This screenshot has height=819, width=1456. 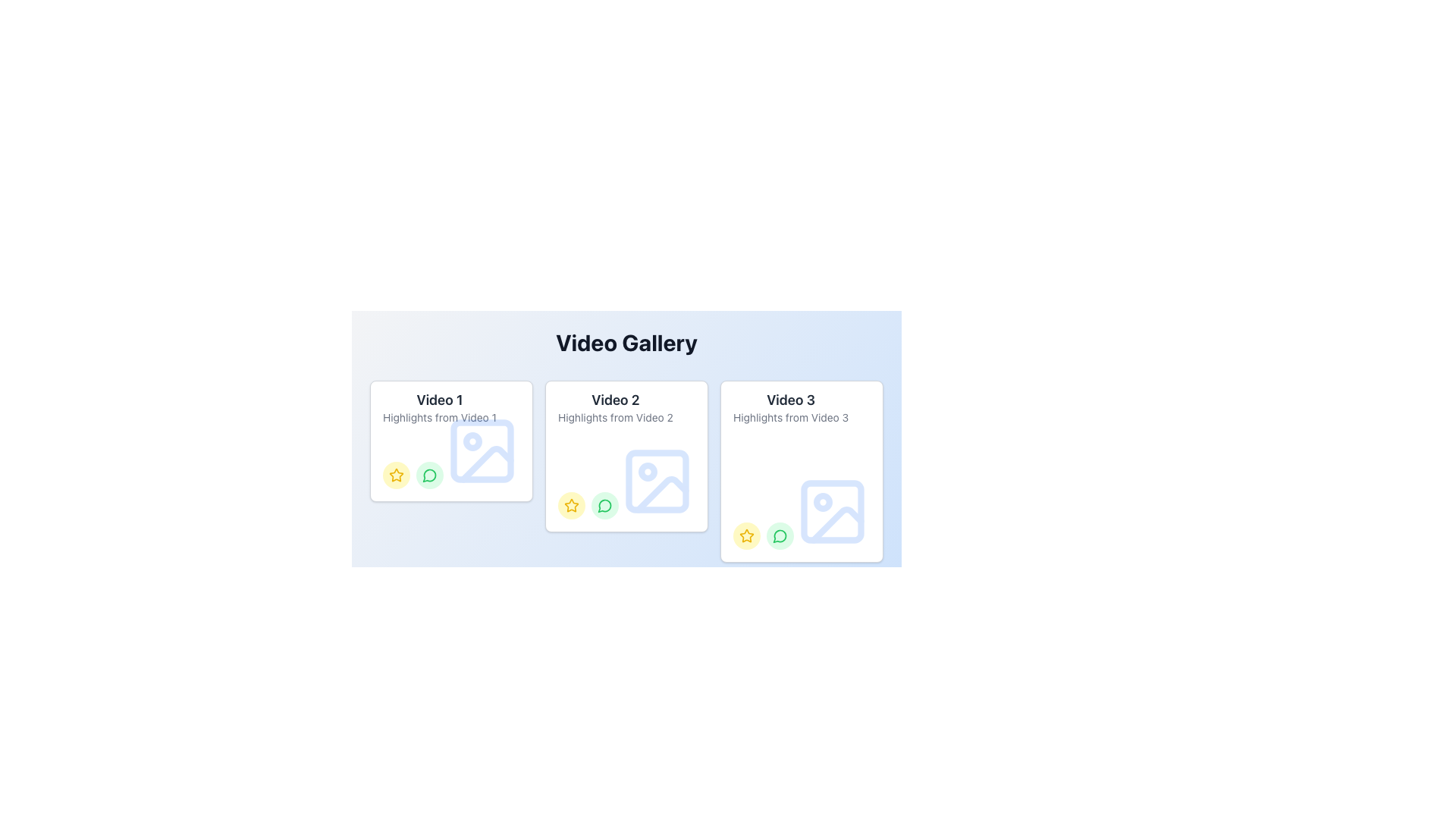 I want to click on the image icon in the bottom-right corner of the 'Video 3' card under the 'Video Gallery' heading, so click(x=832, y=512).